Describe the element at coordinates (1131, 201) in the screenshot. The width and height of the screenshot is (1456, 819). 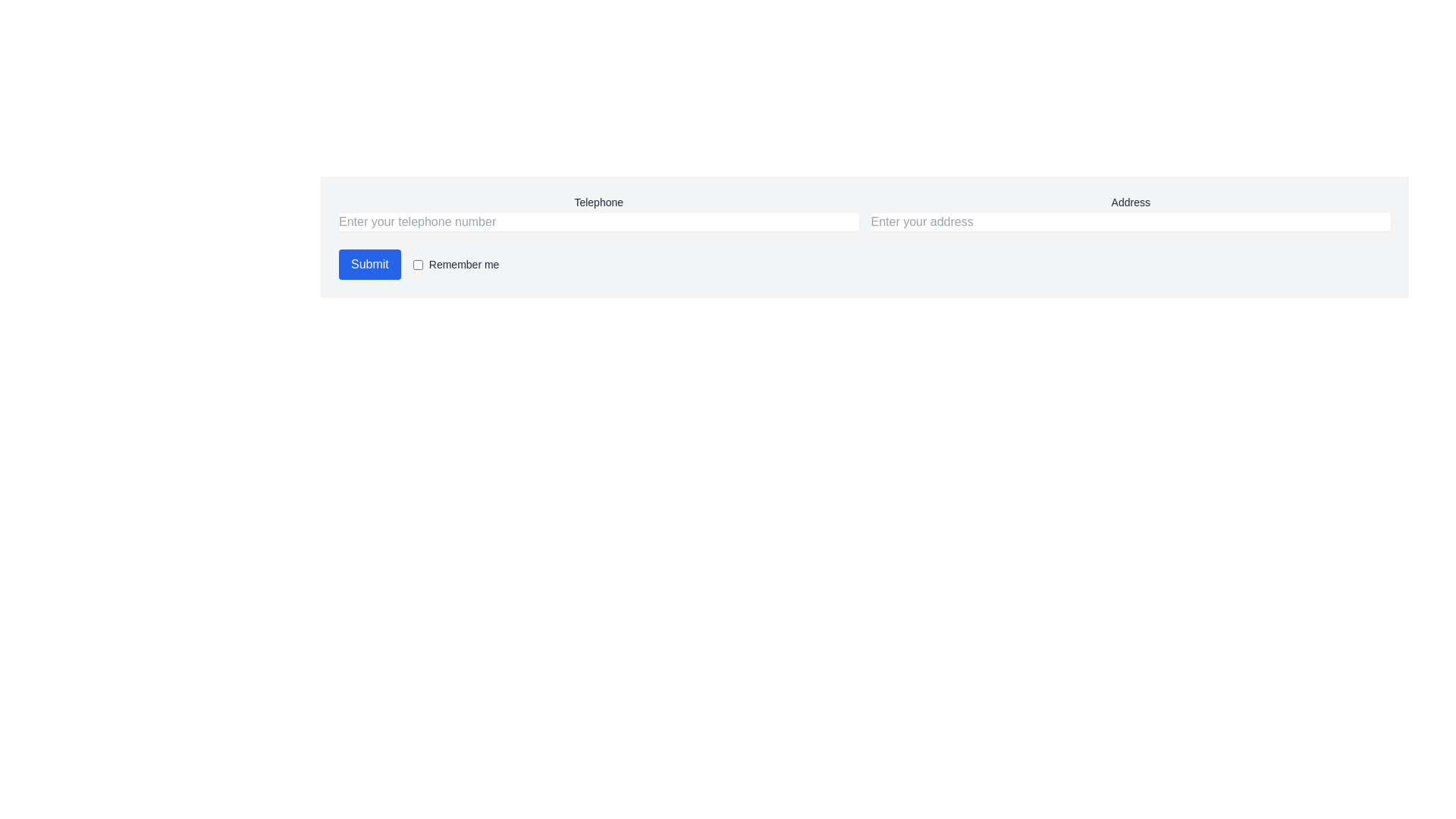
I see `the non-interactive text label that indicates the purpose of the adjacent input field below it, which is located near the top right of the interface` at that location.